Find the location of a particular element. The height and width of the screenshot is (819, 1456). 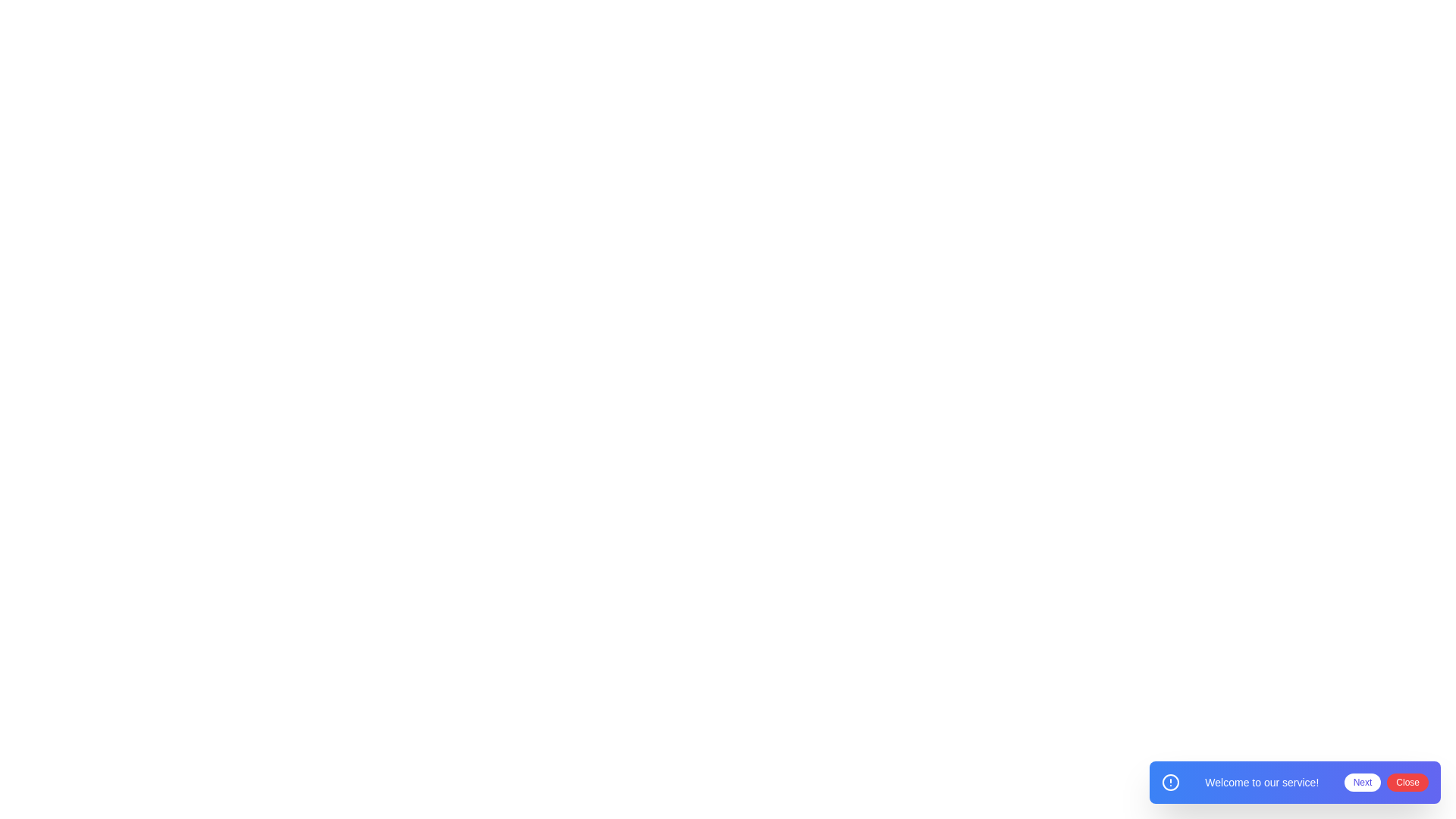

the 'Next' button to navigate to the next message is located at coordinates (1361, 783).